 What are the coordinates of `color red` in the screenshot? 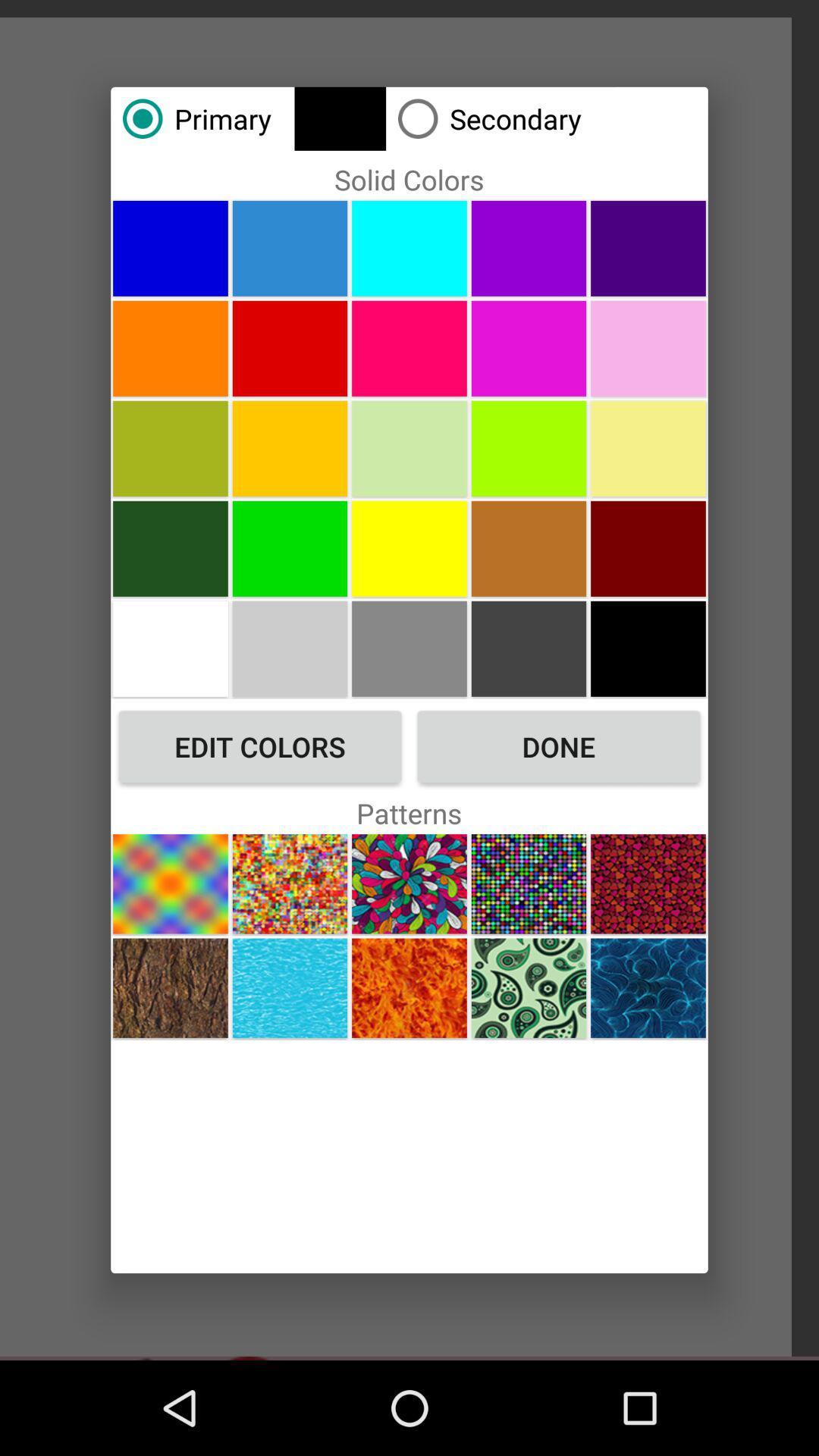 It's located at (290, 347).